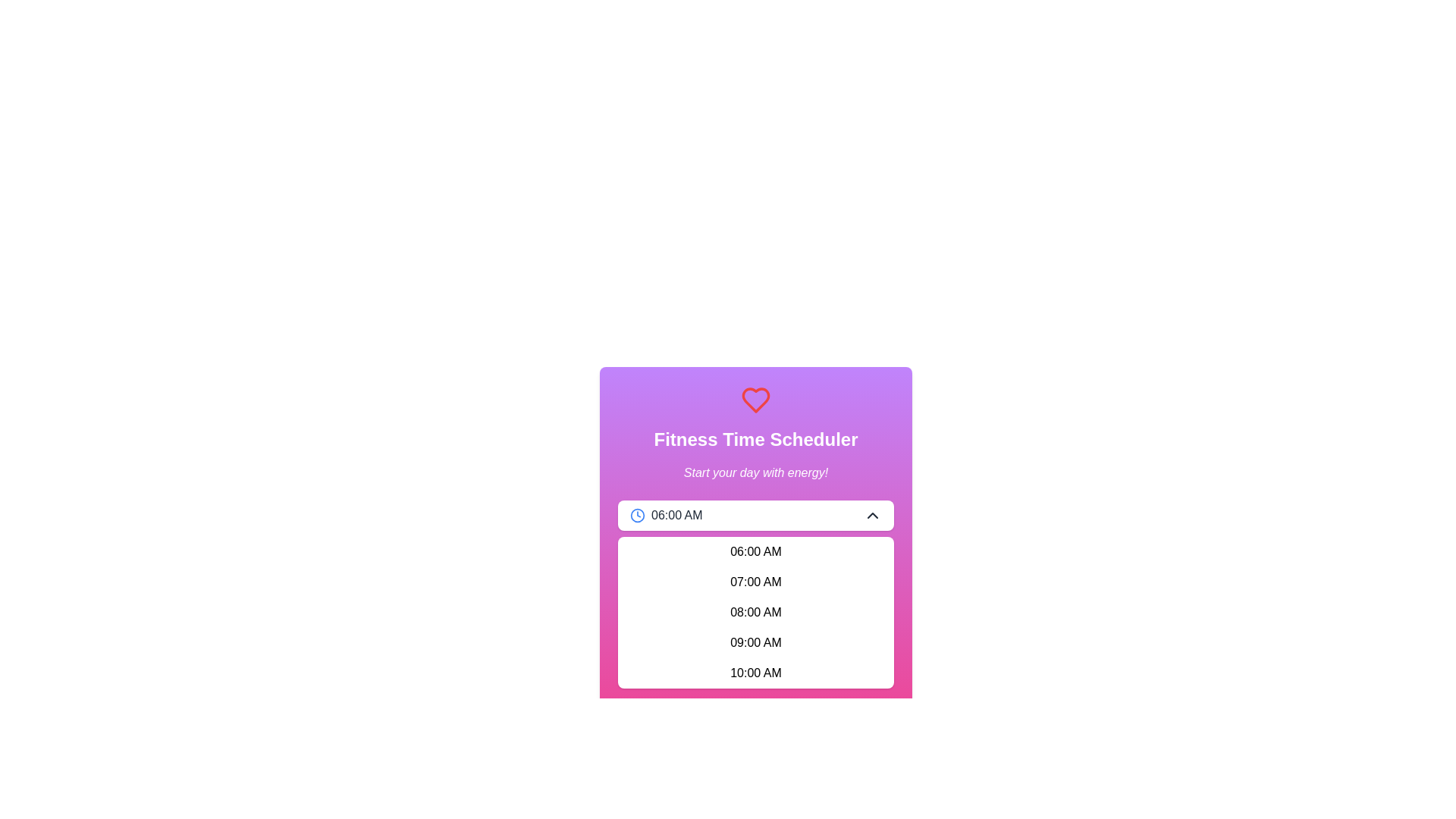  Describe the element at coordinates (756, 593) in the screenshot. I see `the time selection dropdown menu located in the center of the 'Fitness Time Scheduler' widget` at that location.